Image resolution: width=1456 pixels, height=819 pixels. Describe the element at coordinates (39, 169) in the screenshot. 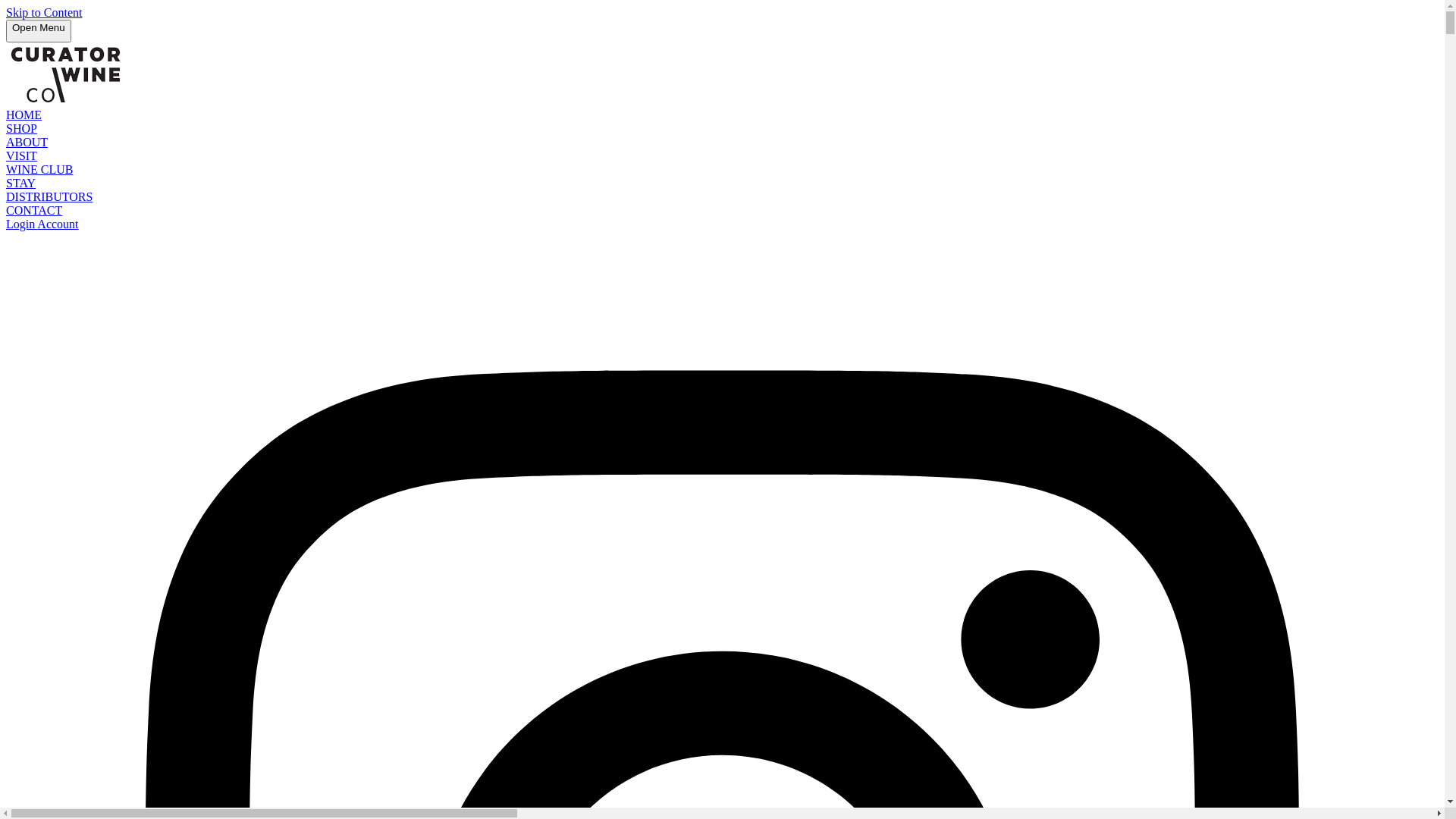

I see `'WINE CLUB'` at that location.